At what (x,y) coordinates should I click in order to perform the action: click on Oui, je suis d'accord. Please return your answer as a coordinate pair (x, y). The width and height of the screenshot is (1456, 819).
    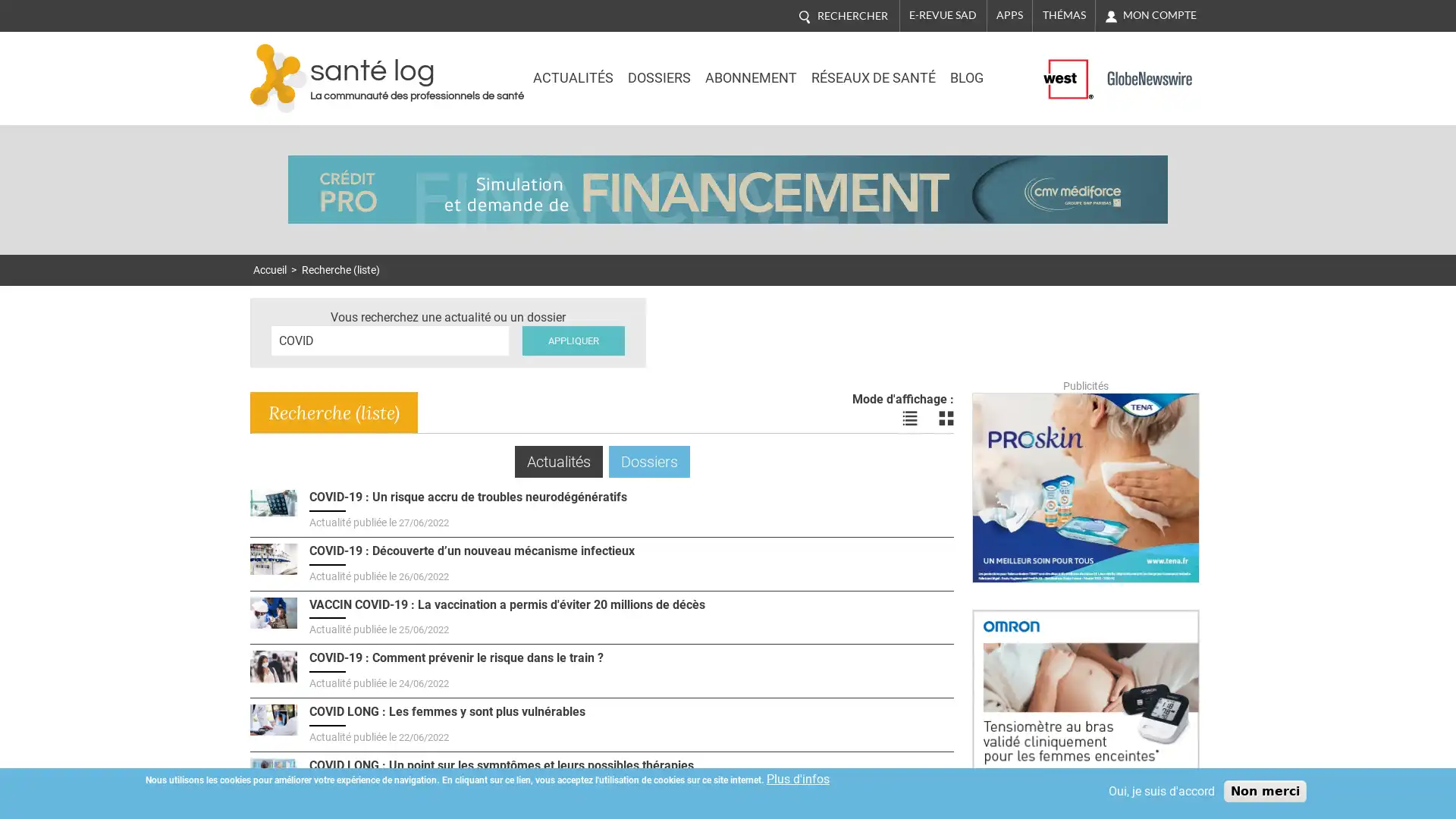
    Looking at the image, I should click on (1160, 790).